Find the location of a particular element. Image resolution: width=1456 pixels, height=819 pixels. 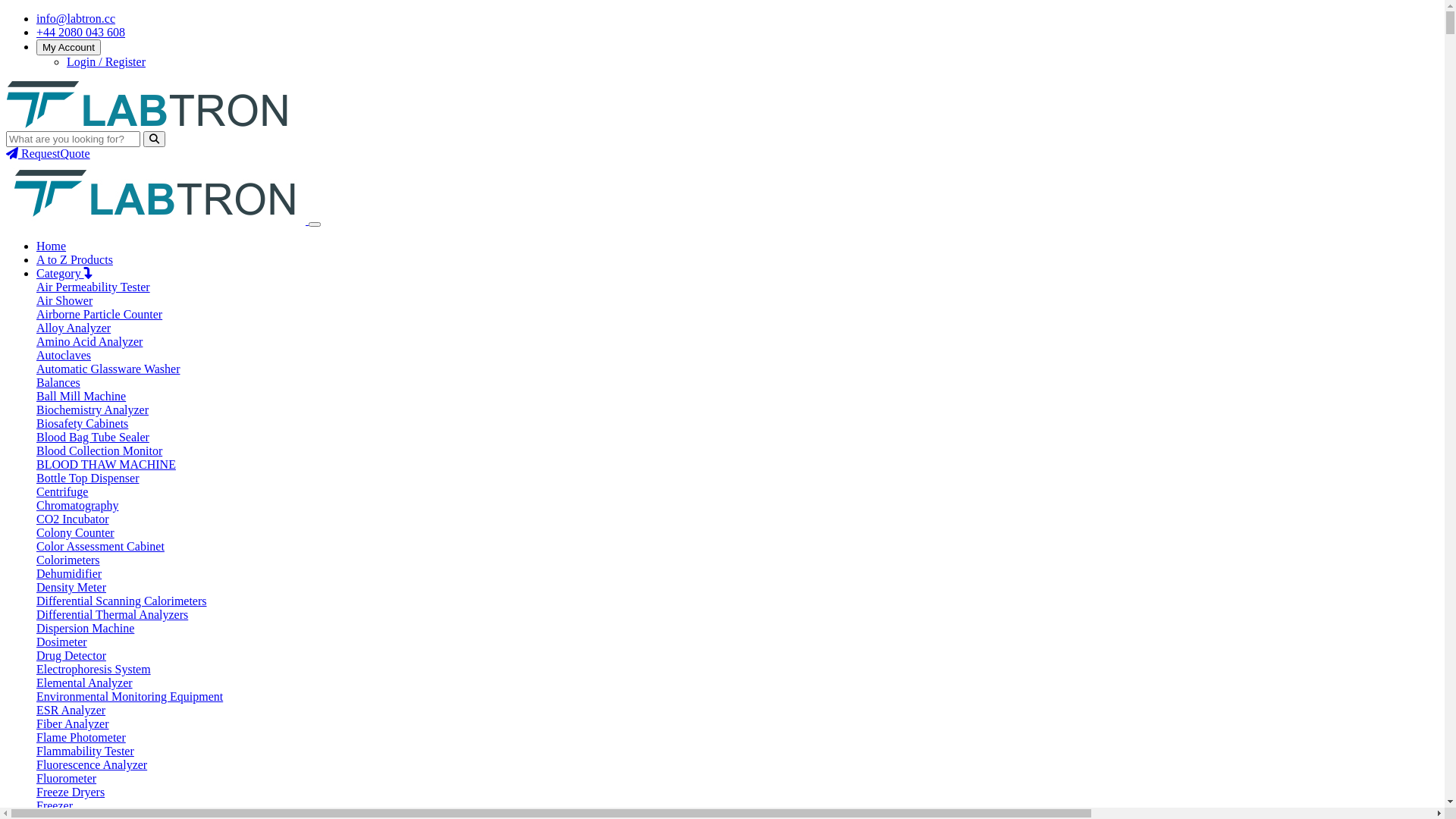

'Autoclaves' is located at coordinates (62, 355).